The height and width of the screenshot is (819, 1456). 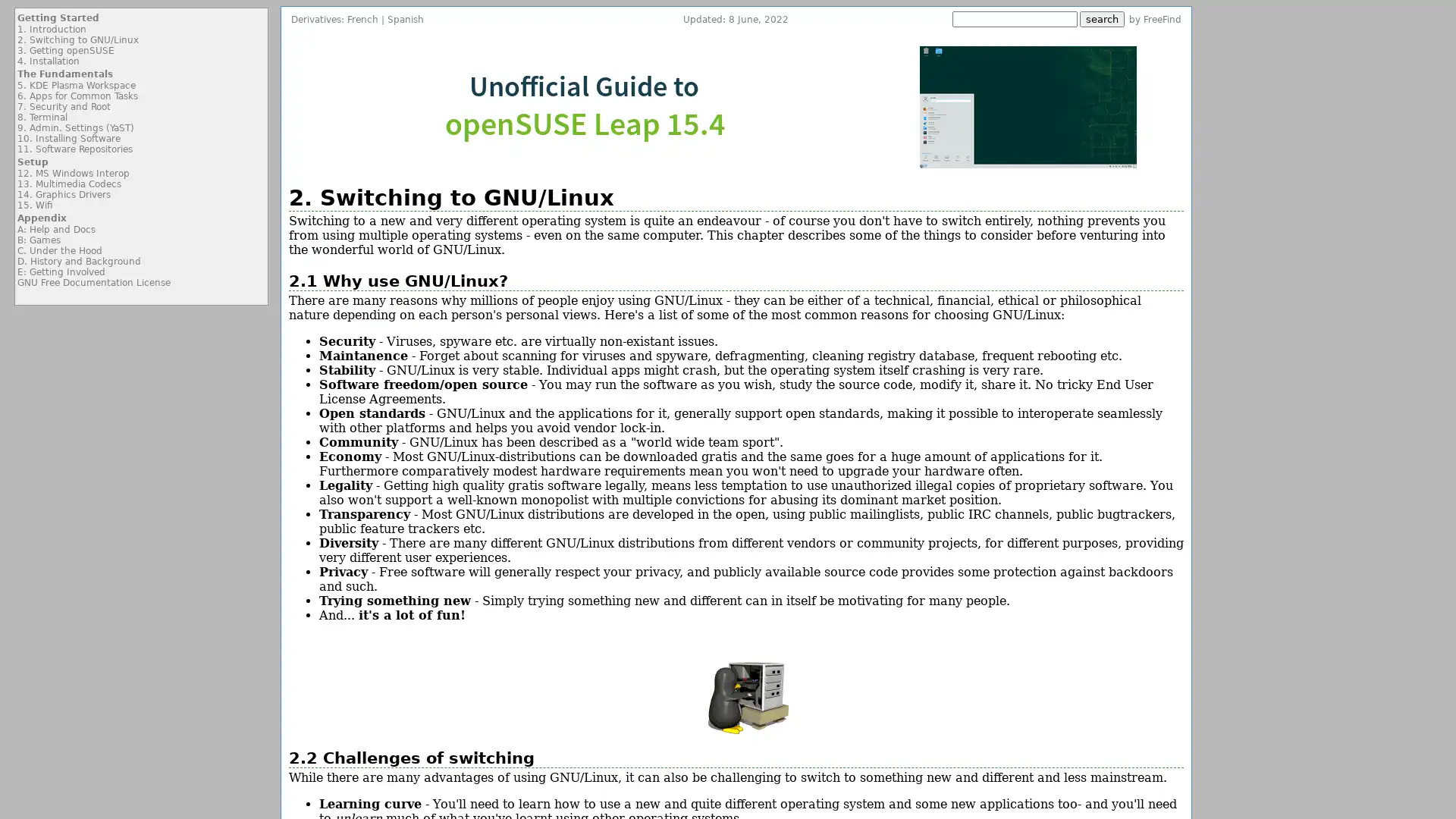 What do you see at coordinates (1102, 19) in the screenshot?
I see `search` at bounding box center [1102, 19].